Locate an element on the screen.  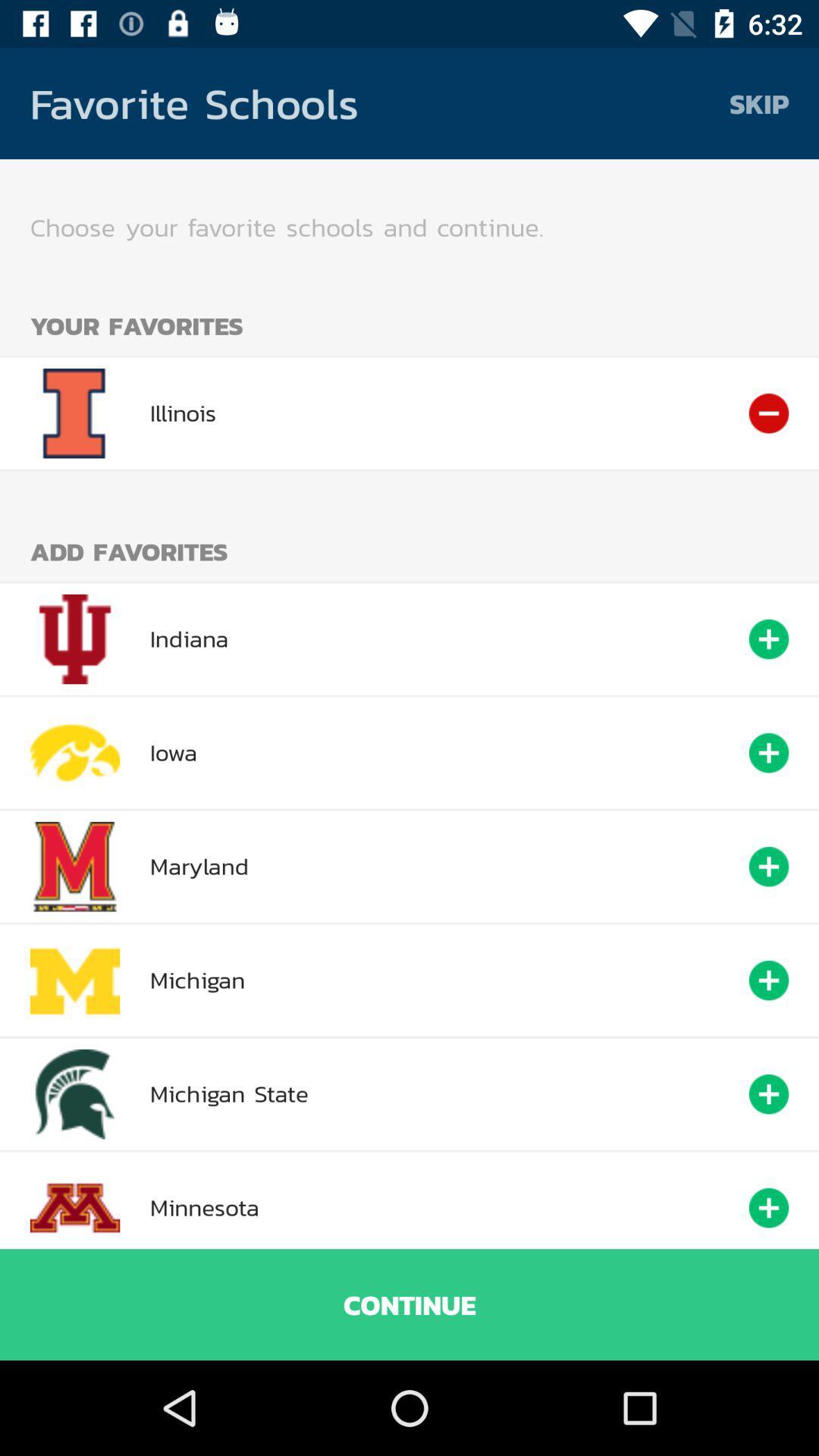
the item above choose your favorite item is located at coordinates (759, 102).